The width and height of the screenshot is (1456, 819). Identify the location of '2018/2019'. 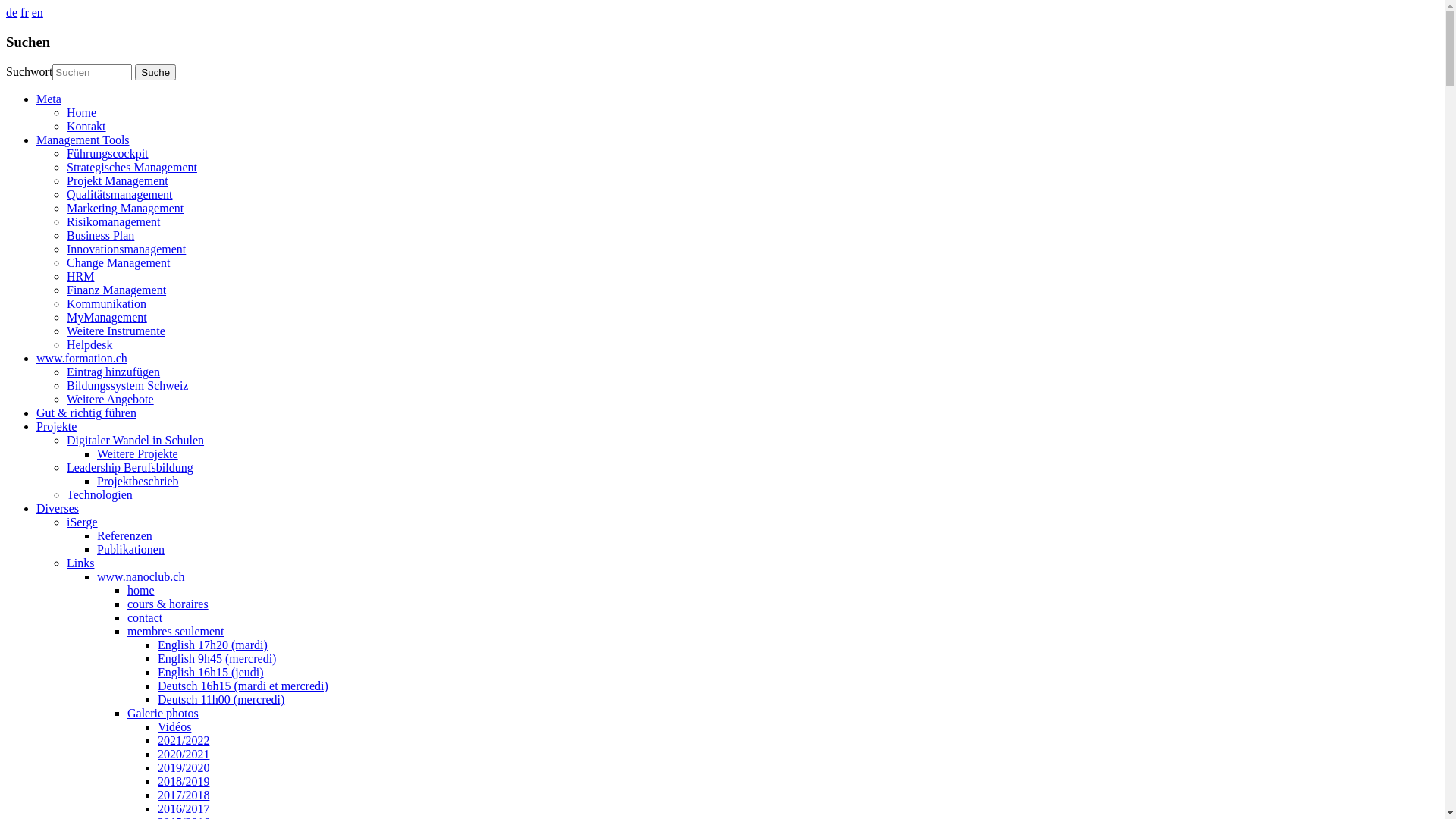
(182, 781).